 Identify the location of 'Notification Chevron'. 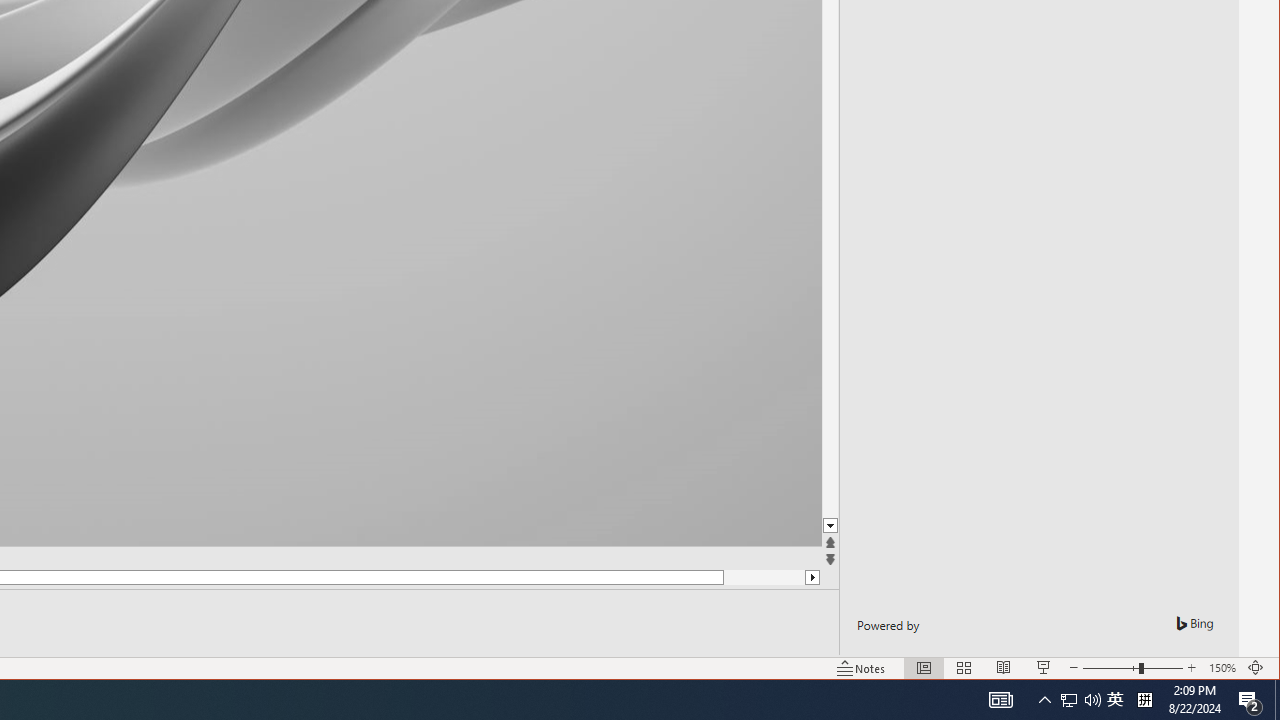
(1044, 698).